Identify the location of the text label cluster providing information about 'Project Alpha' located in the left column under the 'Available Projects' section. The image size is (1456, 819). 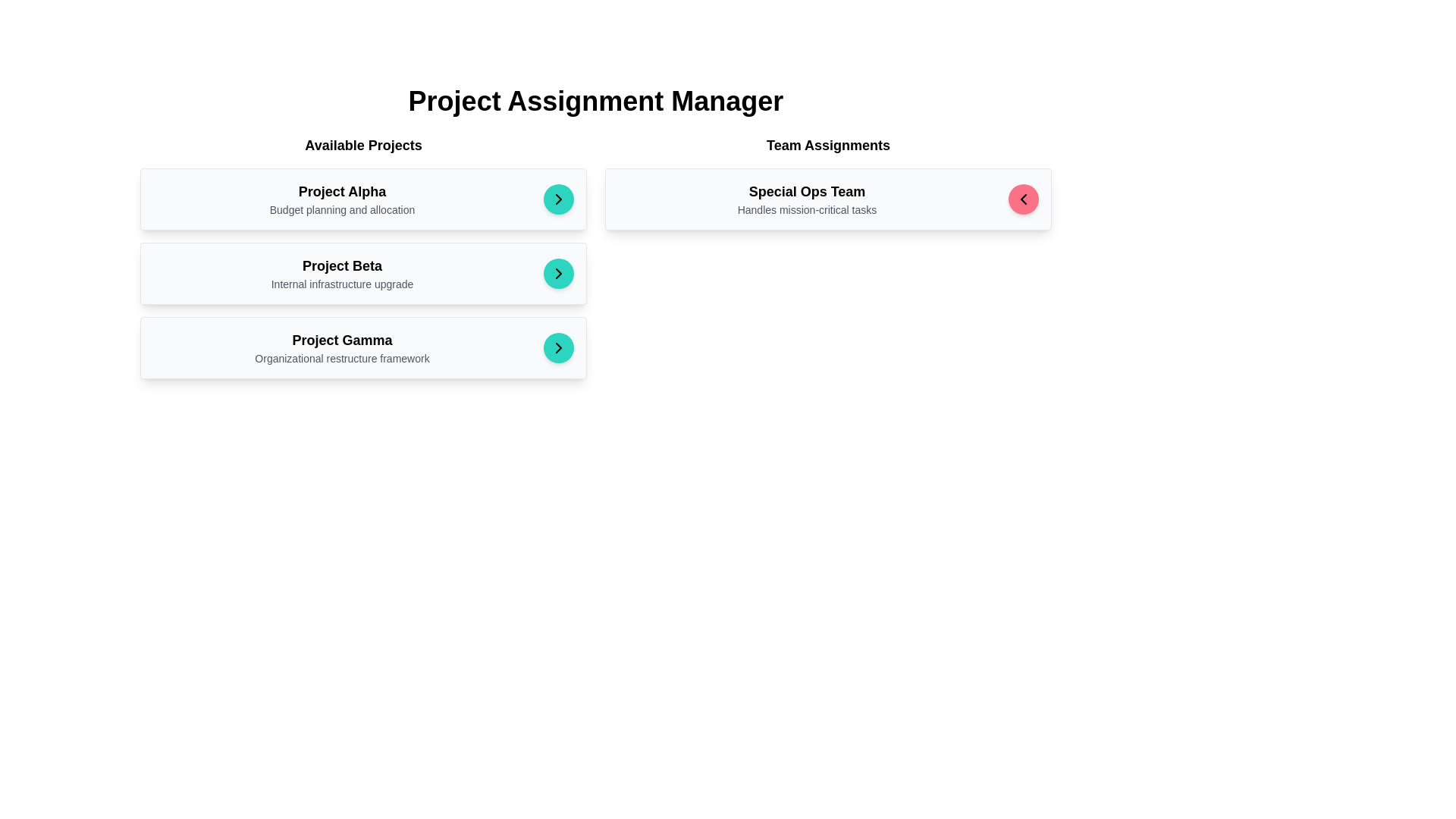
(341, 198).